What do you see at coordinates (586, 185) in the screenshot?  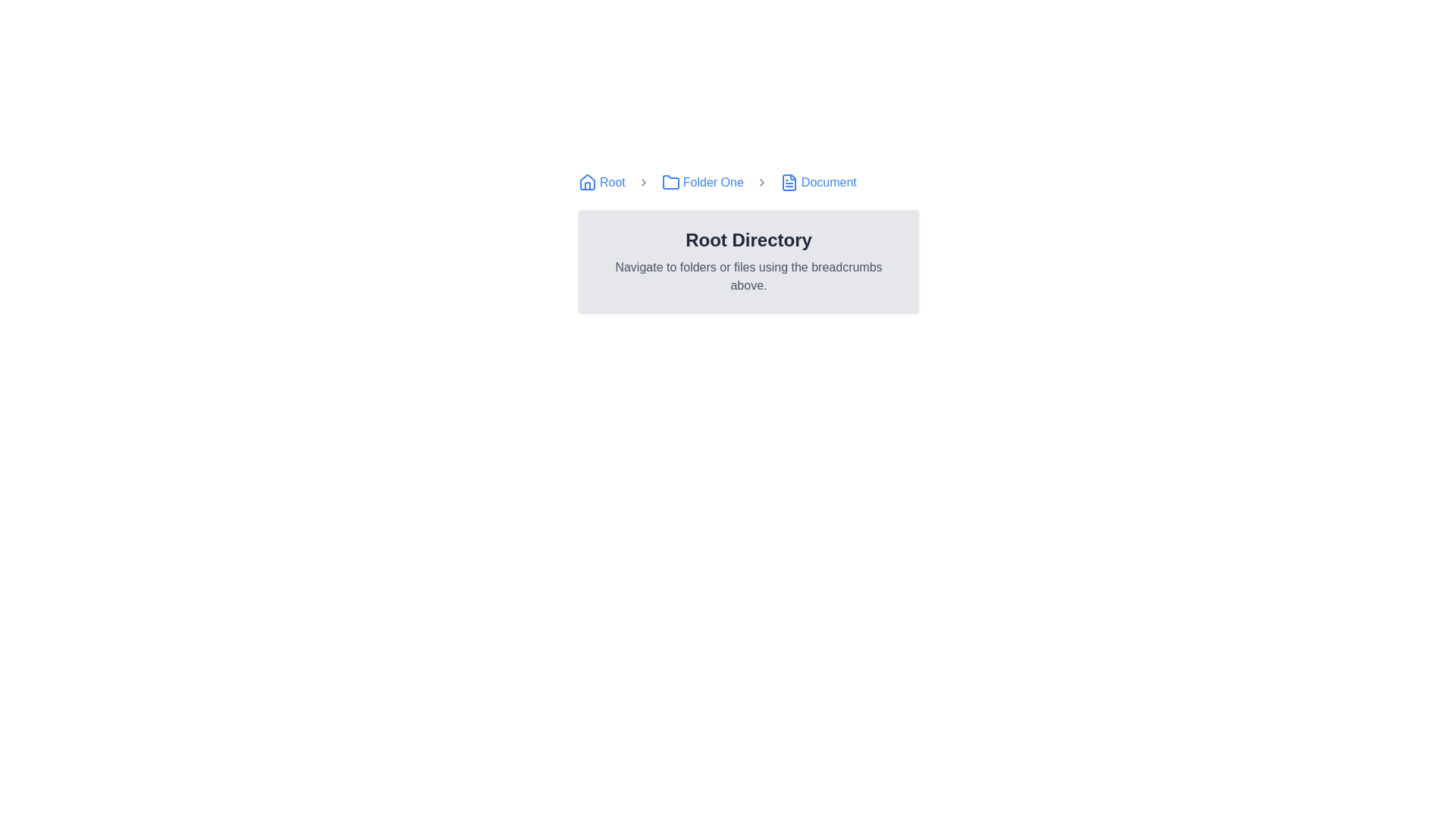 I see `the vertical rectangular shape that represents the door of the house icon located at the far-left of the breadcrumb navigation bar, preceding the text labeled 'Root'` at bounding box center [586, 185].